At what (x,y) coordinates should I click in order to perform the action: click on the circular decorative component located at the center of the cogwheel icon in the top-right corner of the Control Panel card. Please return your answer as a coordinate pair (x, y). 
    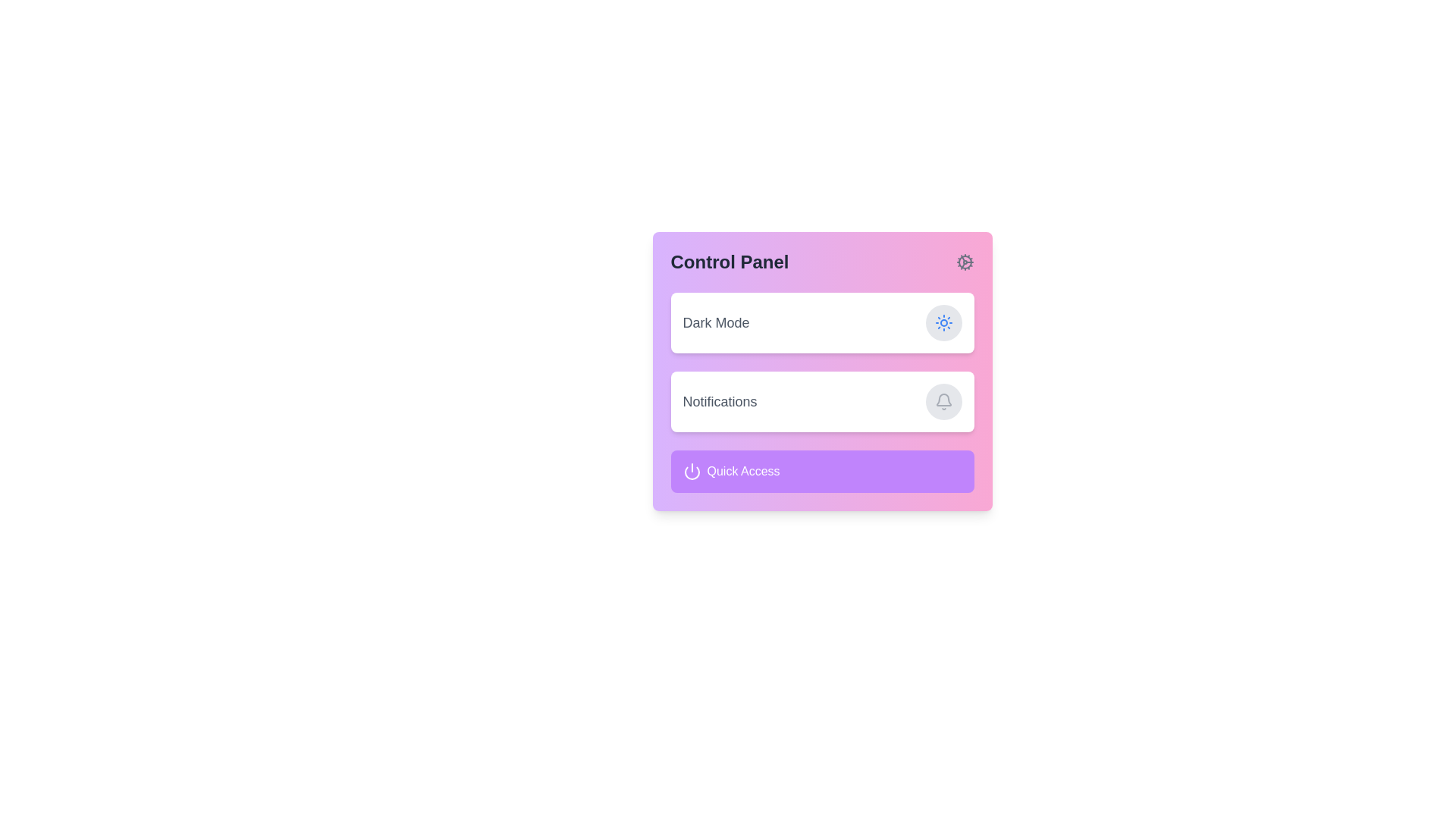
    Looking at the image, I should click on (964, 262).